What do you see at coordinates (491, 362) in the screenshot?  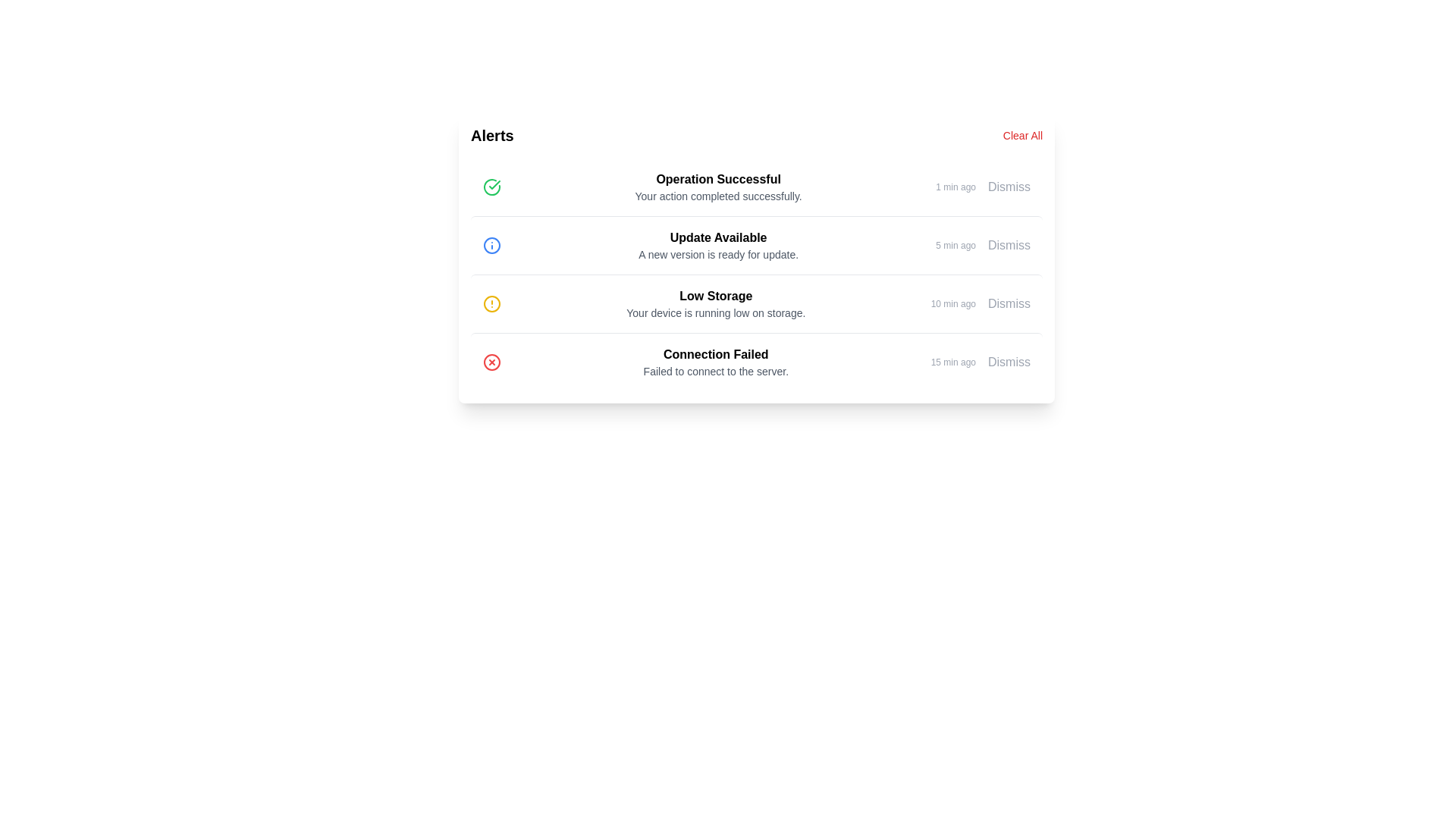 I see `the critical error icon indicating 'Connection Failed', located to the left of the 'Connection Failed' text in the notifications list` at bounding box center [491, 362].